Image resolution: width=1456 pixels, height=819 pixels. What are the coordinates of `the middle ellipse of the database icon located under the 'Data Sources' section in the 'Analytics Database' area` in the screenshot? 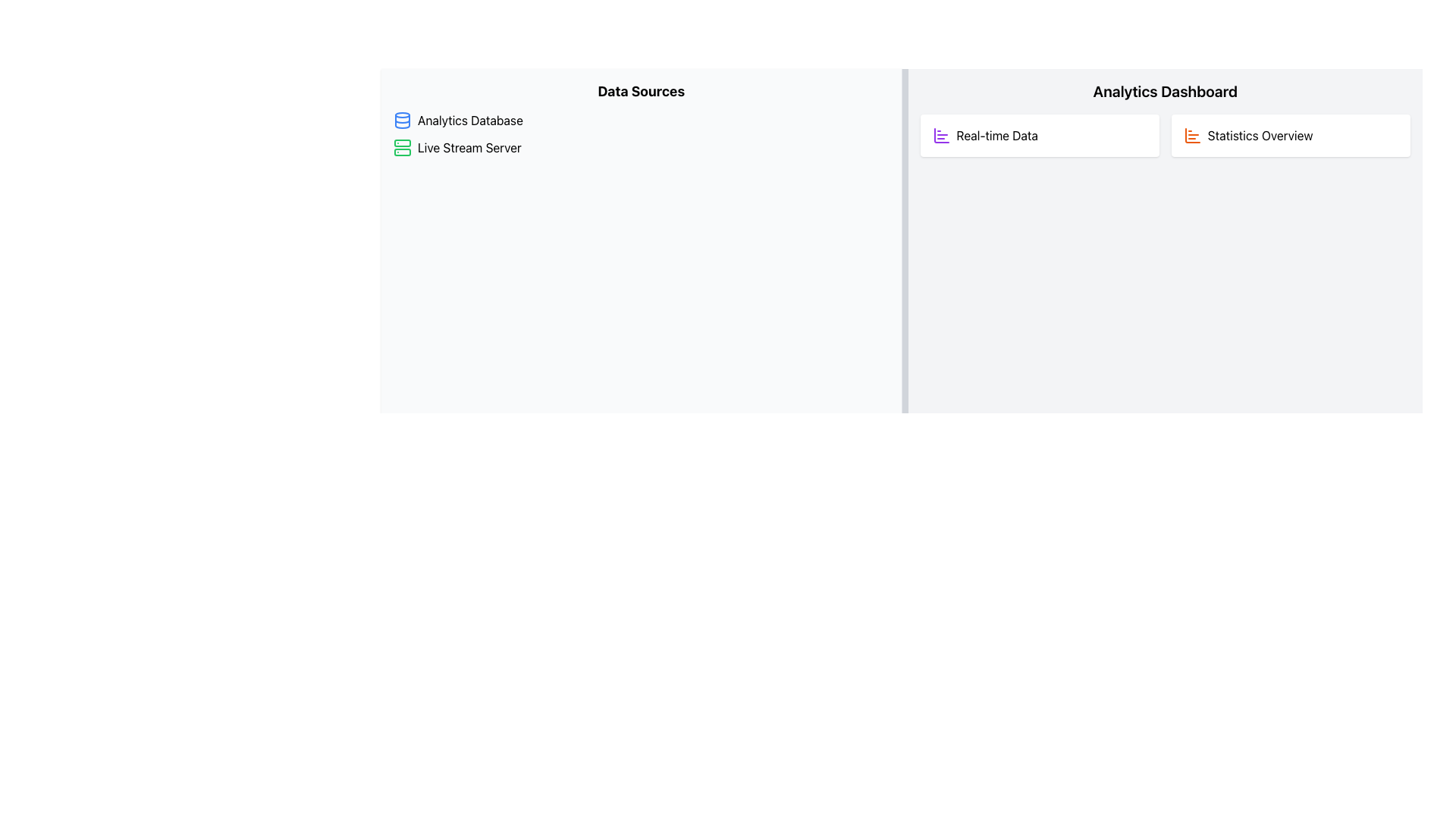 It's located at (403, 120).